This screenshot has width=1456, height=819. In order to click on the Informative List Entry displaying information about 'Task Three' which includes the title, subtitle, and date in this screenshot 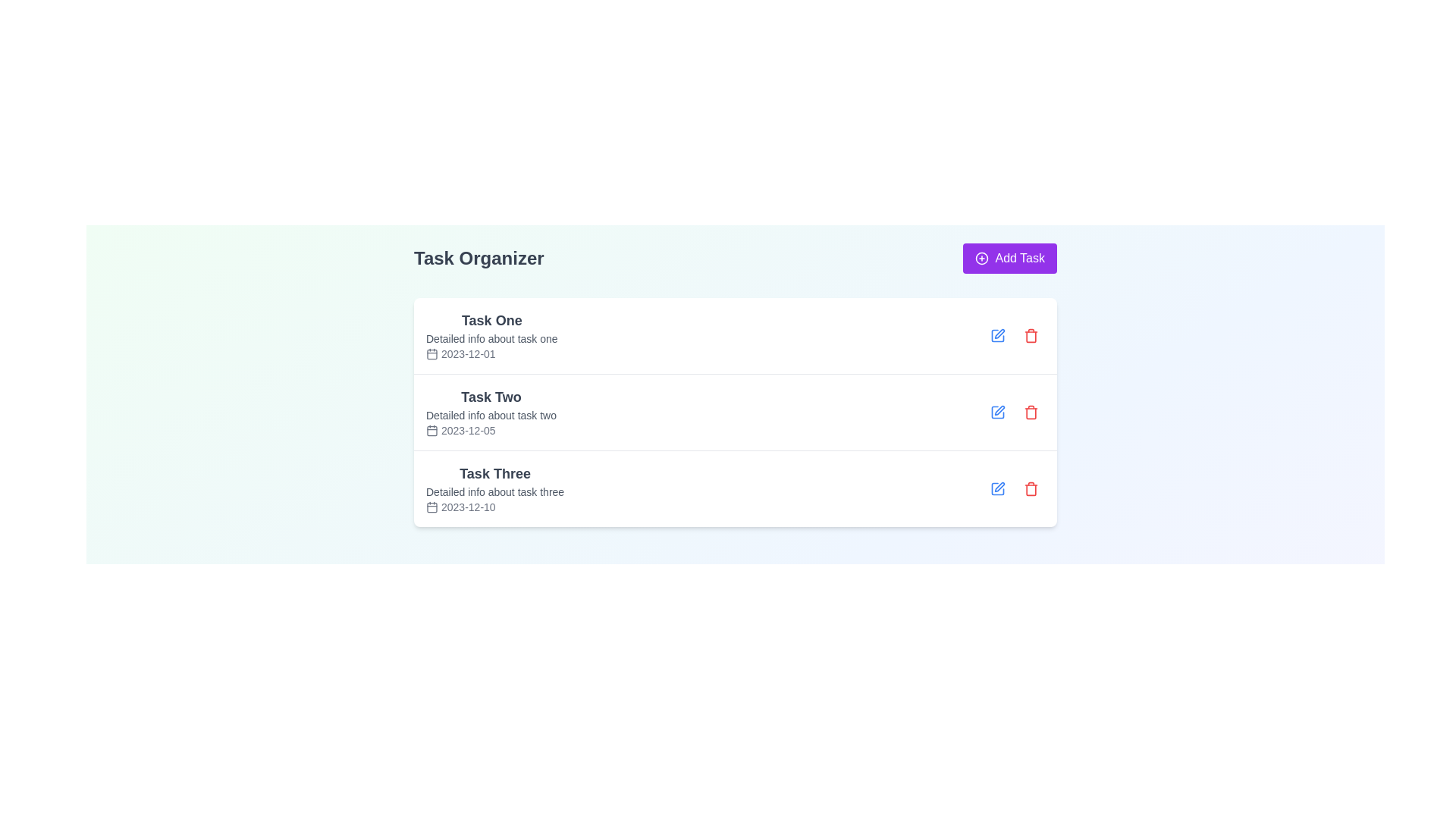, I will do `click(494, 488)`.